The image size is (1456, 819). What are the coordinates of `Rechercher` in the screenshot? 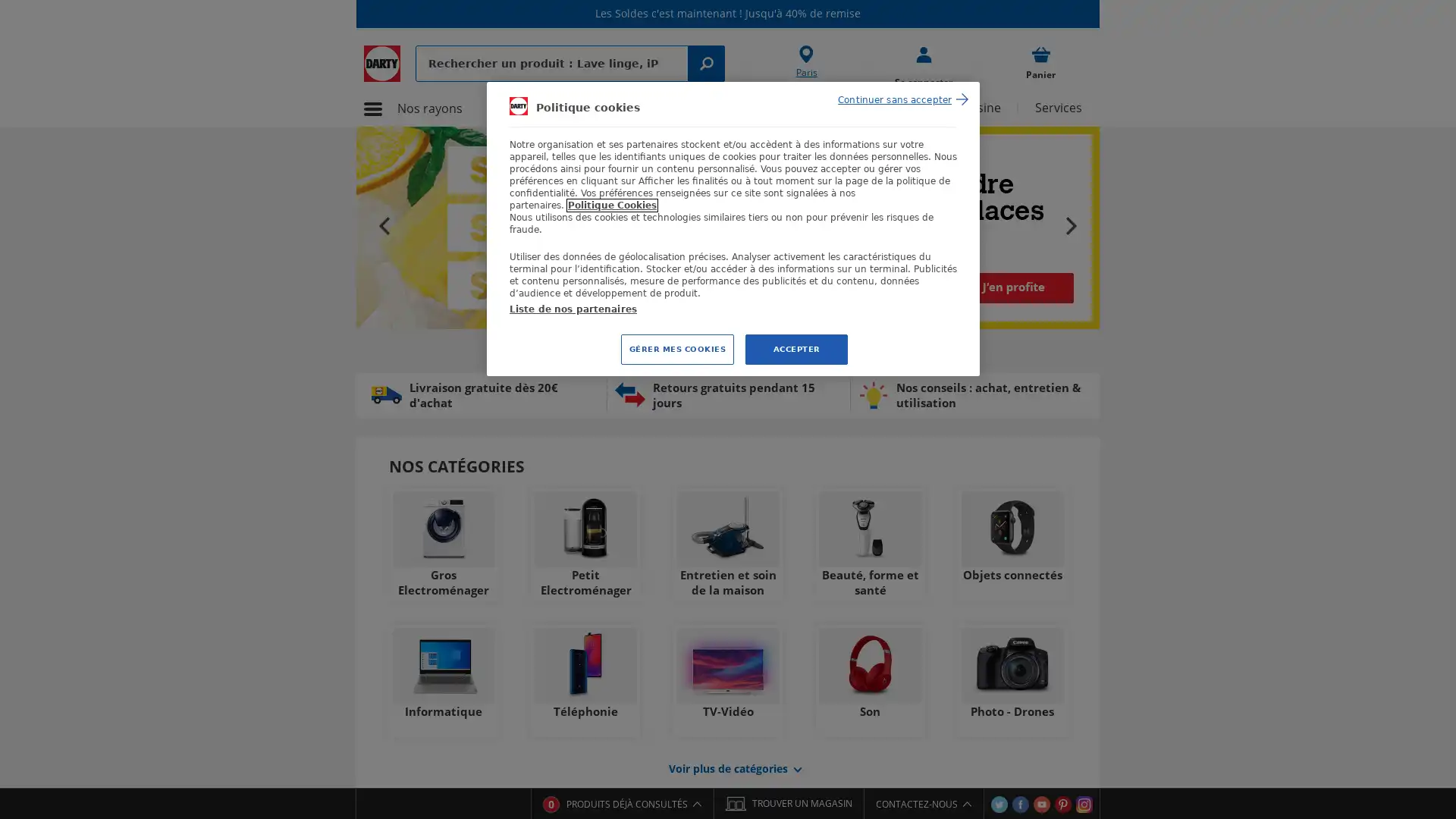 It's located at (705, 62).